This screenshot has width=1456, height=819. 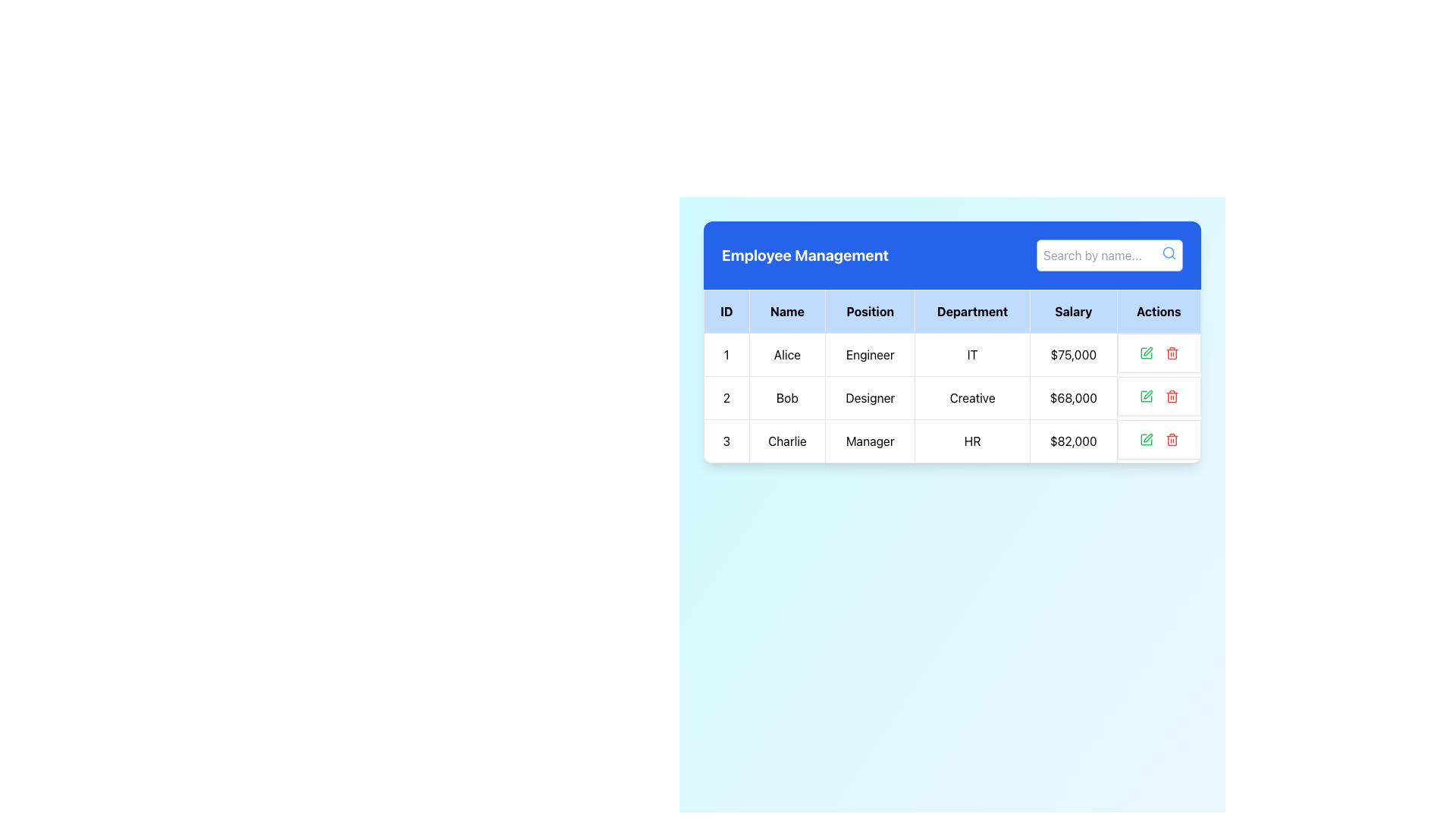 I want to click on the table cell containing the text 'HR', which is located in the fourth column of the third row, under the column labeled 'Department', so click(x=972, y=441).